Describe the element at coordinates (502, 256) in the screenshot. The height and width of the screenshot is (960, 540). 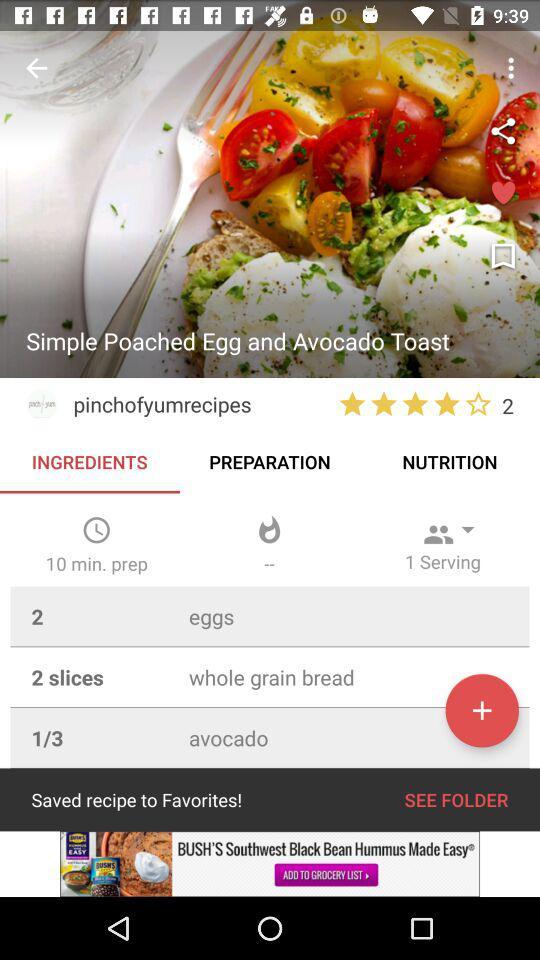
I see `the bookmark icon` at that location.